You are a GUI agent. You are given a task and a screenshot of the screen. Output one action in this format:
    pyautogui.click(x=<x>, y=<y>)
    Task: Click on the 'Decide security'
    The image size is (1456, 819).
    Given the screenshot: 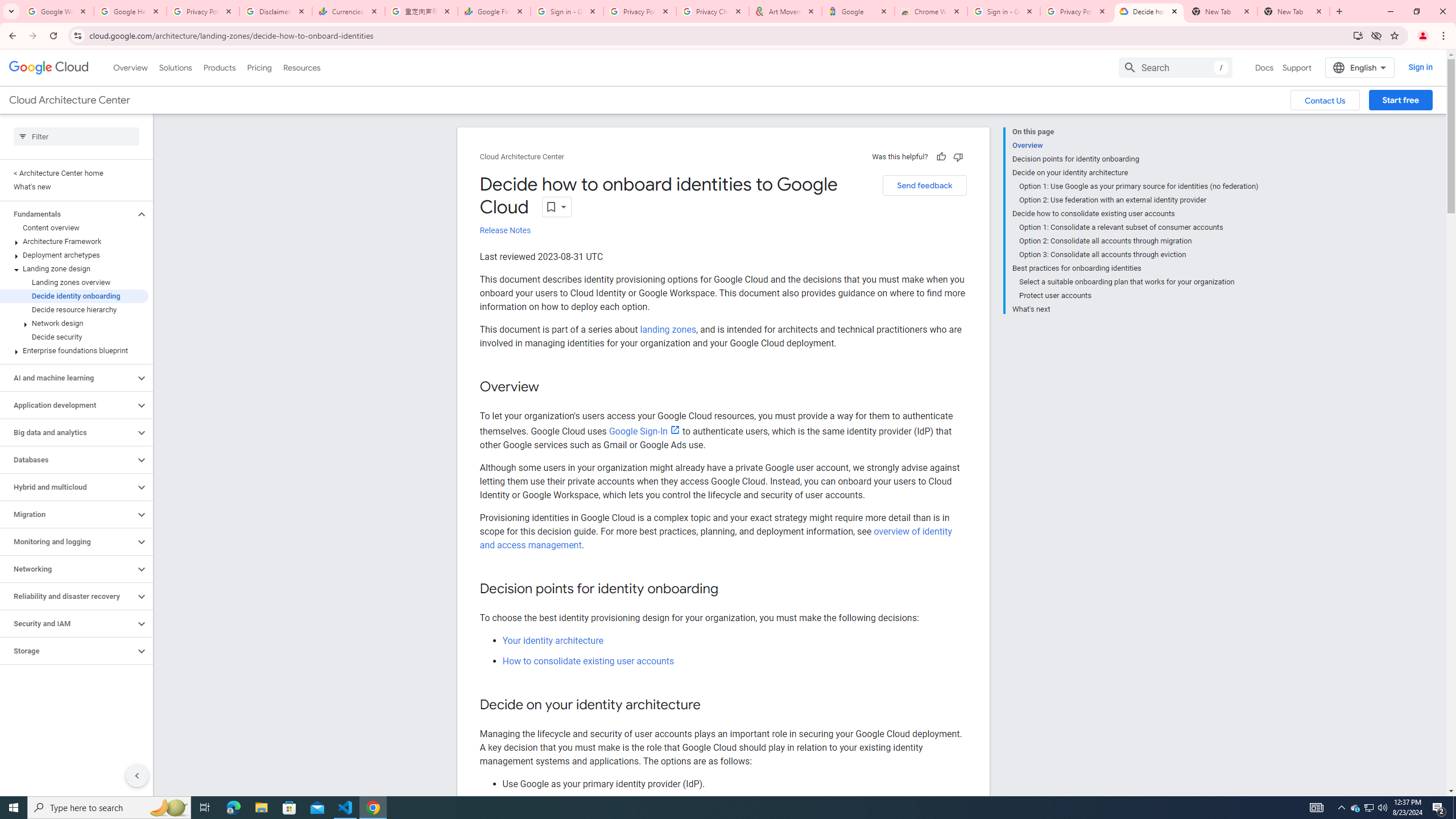 What is the action you would take?
    pyautogui.click(x=74, y=336)
    